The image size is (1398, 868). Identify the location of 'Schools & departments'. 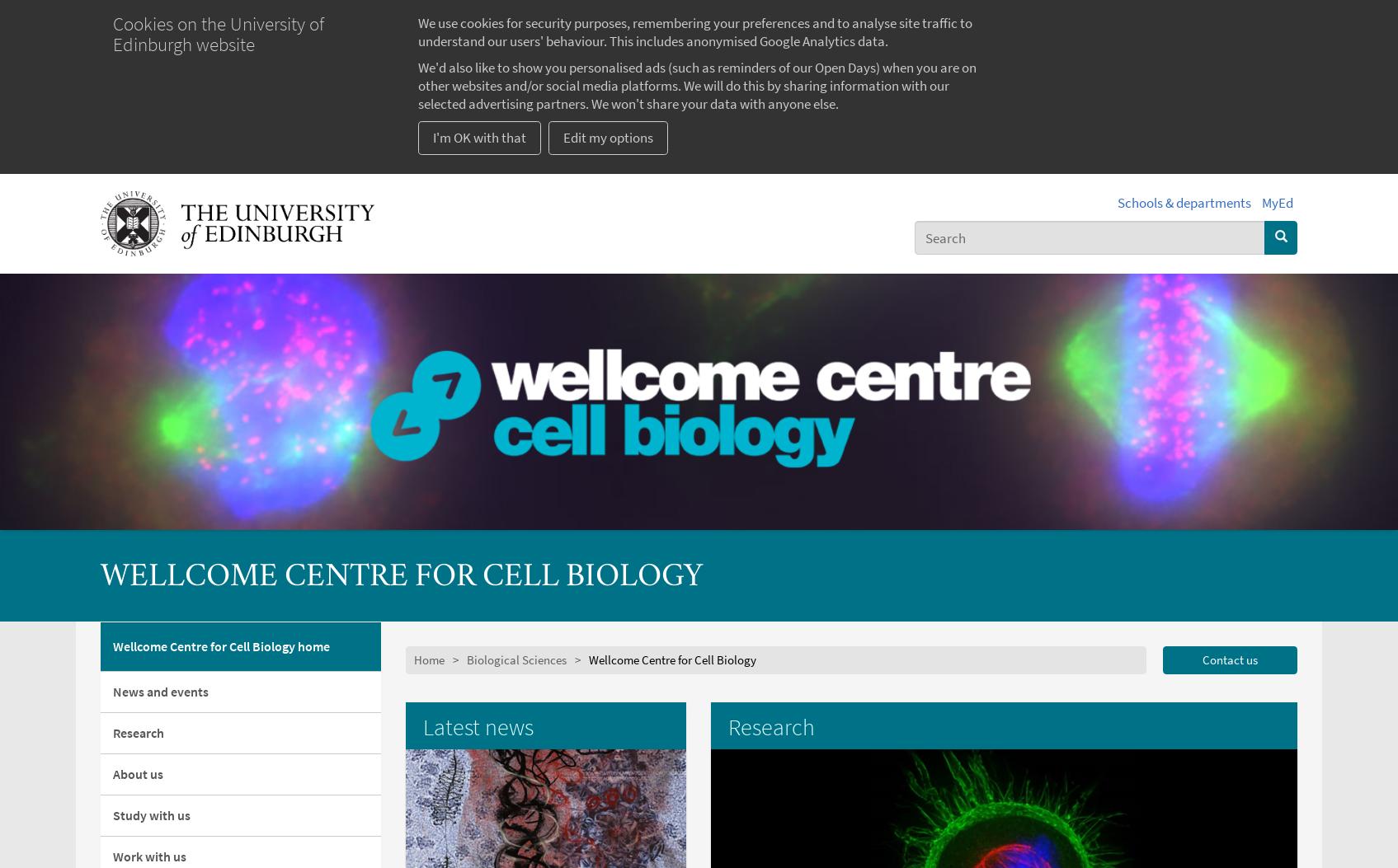
(1117, 201).